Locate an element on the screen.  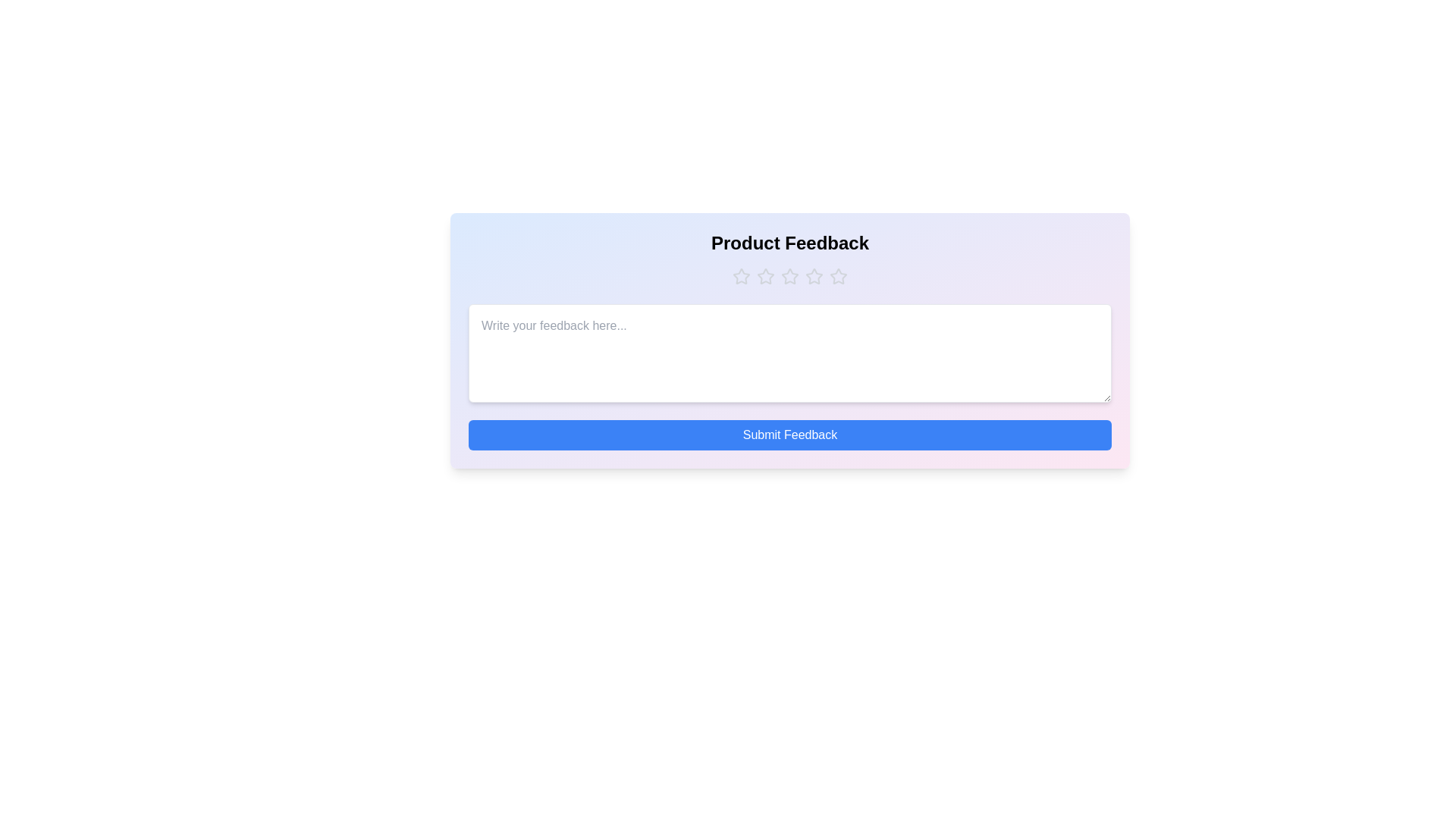
the rating to 4 stars by clicking on the corresponding star is located at coordinates (814, 277).